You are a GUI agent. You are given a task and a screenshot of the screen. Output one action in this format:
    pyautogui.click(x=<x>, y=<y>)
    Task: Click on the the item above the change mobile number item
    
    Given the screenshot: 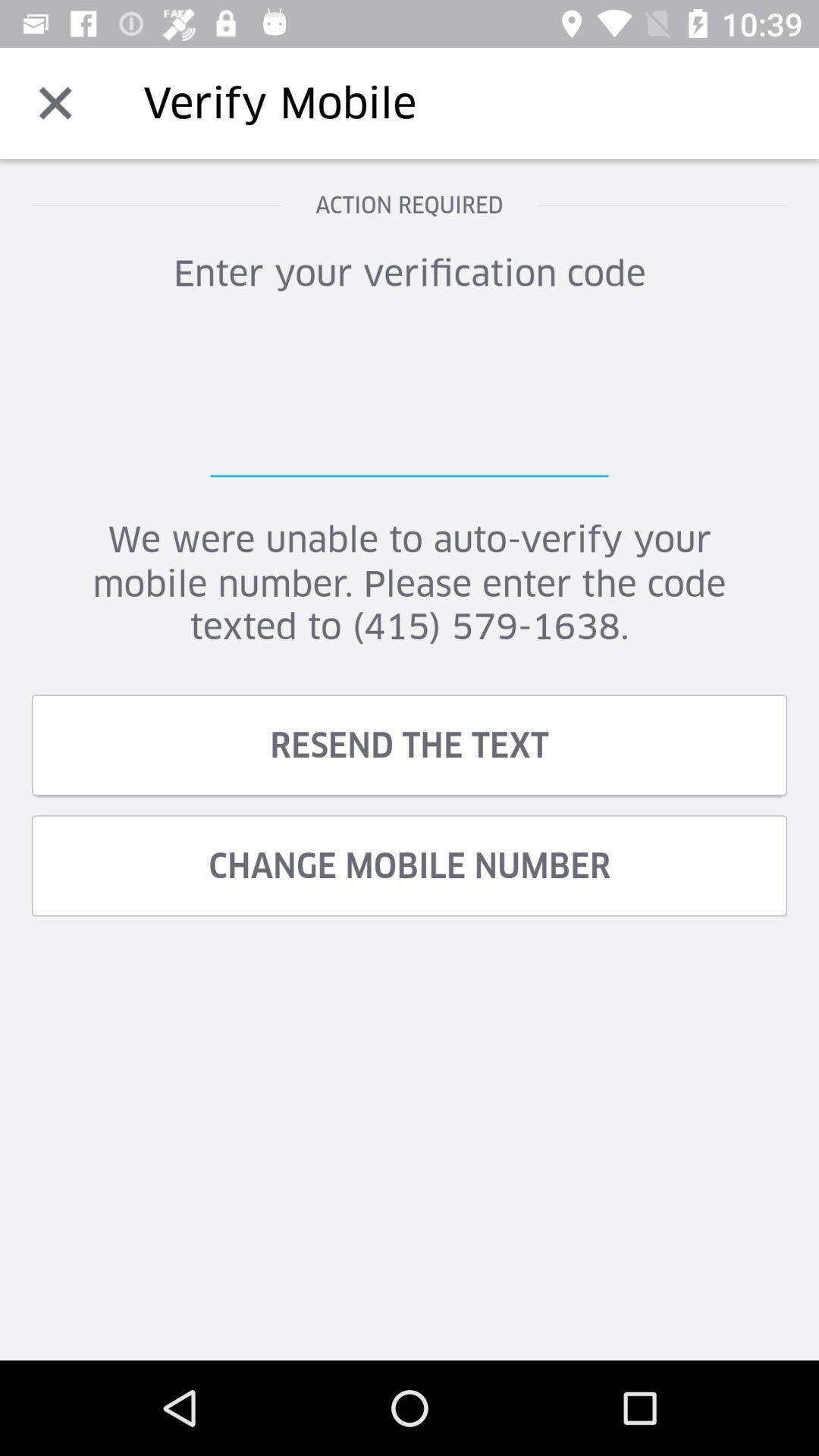 What is the action you would take?
    pyautogui.click(x=409, y=745)
    